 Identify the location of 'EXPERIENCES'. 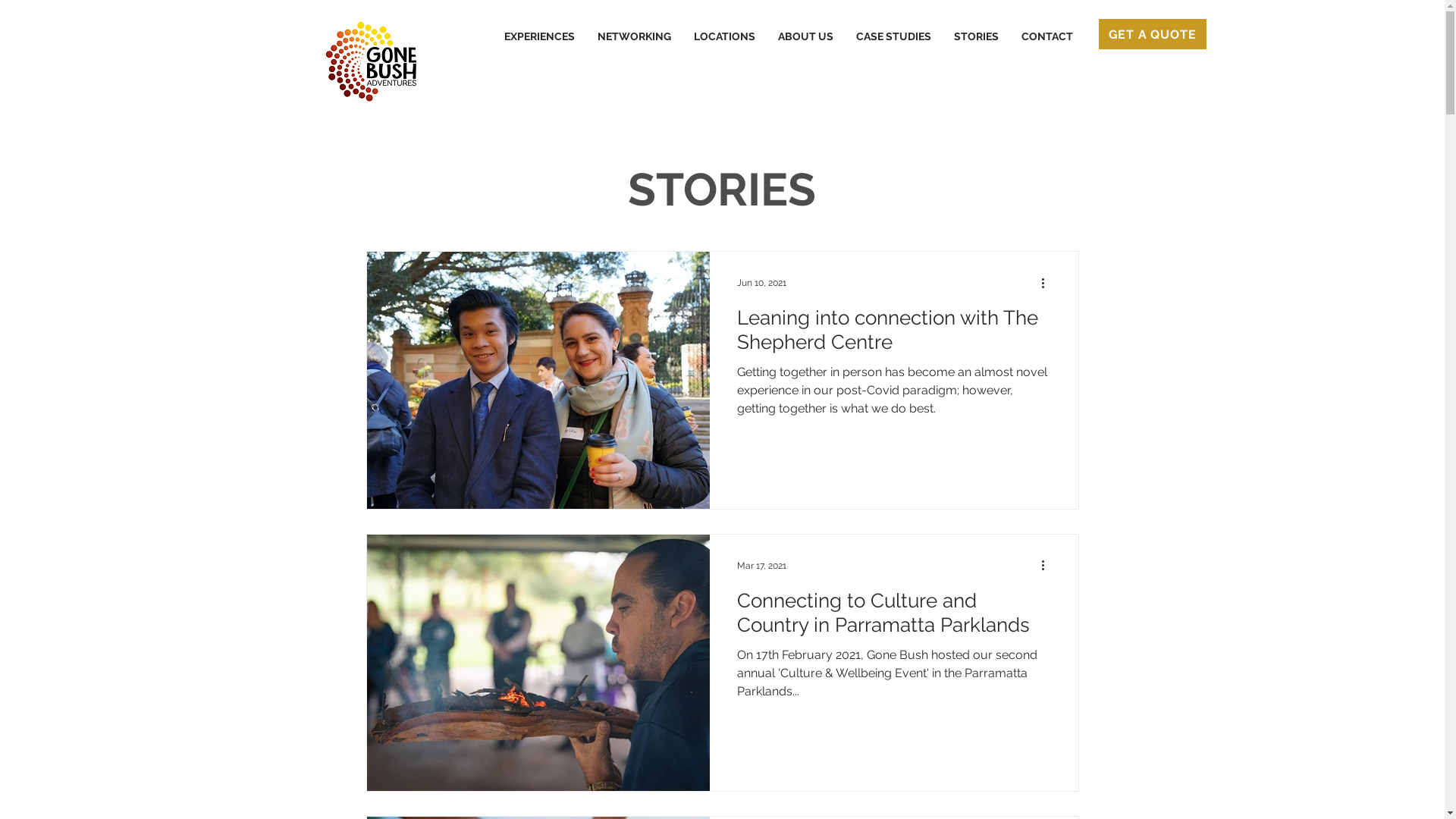
(492, 35).